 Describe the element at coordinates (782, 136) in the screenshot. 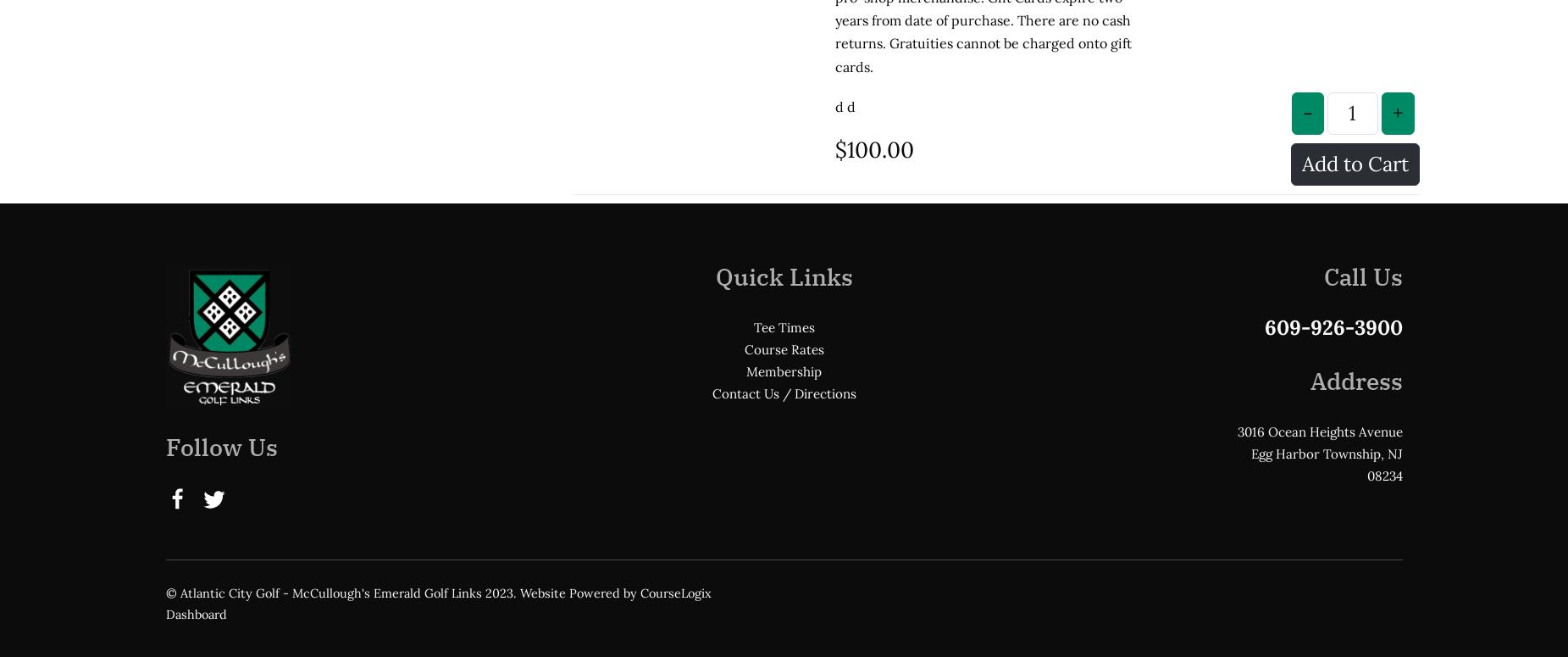

I see `'Quick Links'` at that location.